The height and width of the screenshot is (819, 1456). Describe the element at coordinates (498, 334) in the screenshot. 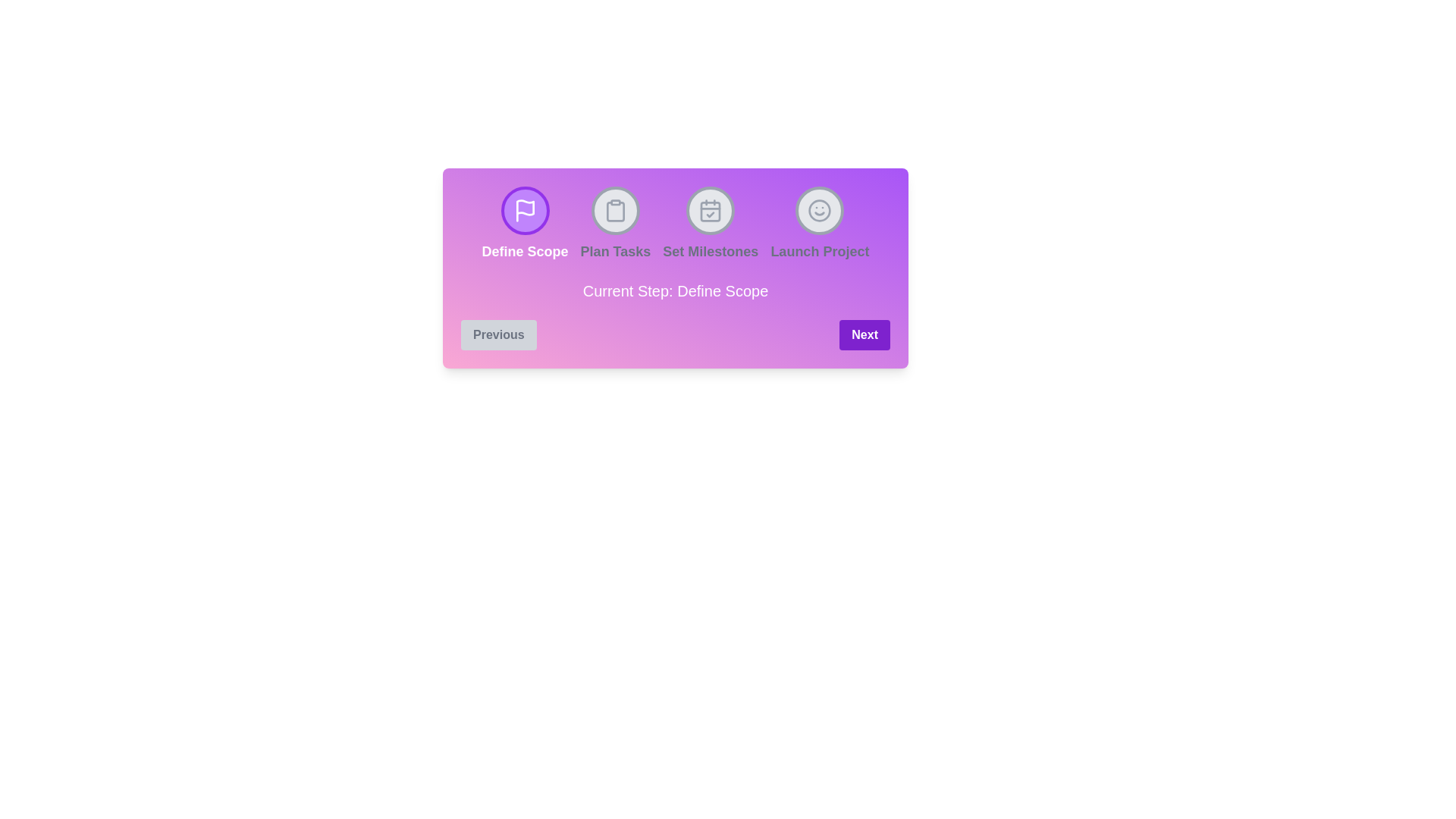

I see `the Previous button to observe its hover effect` at that location.